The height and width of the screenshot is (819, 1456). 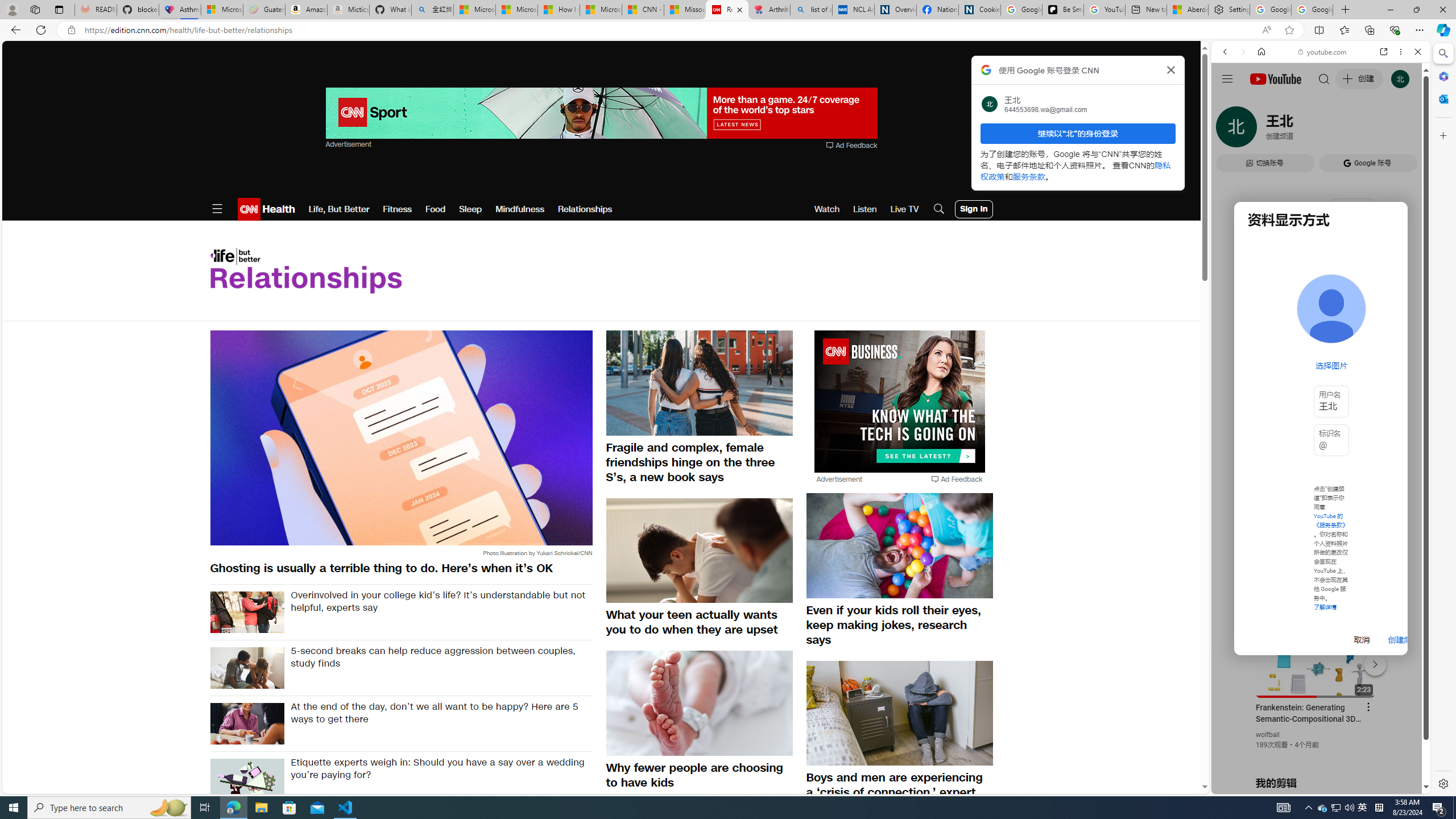 I want to click on 'WEB  ', so click(x=1230, y=130).